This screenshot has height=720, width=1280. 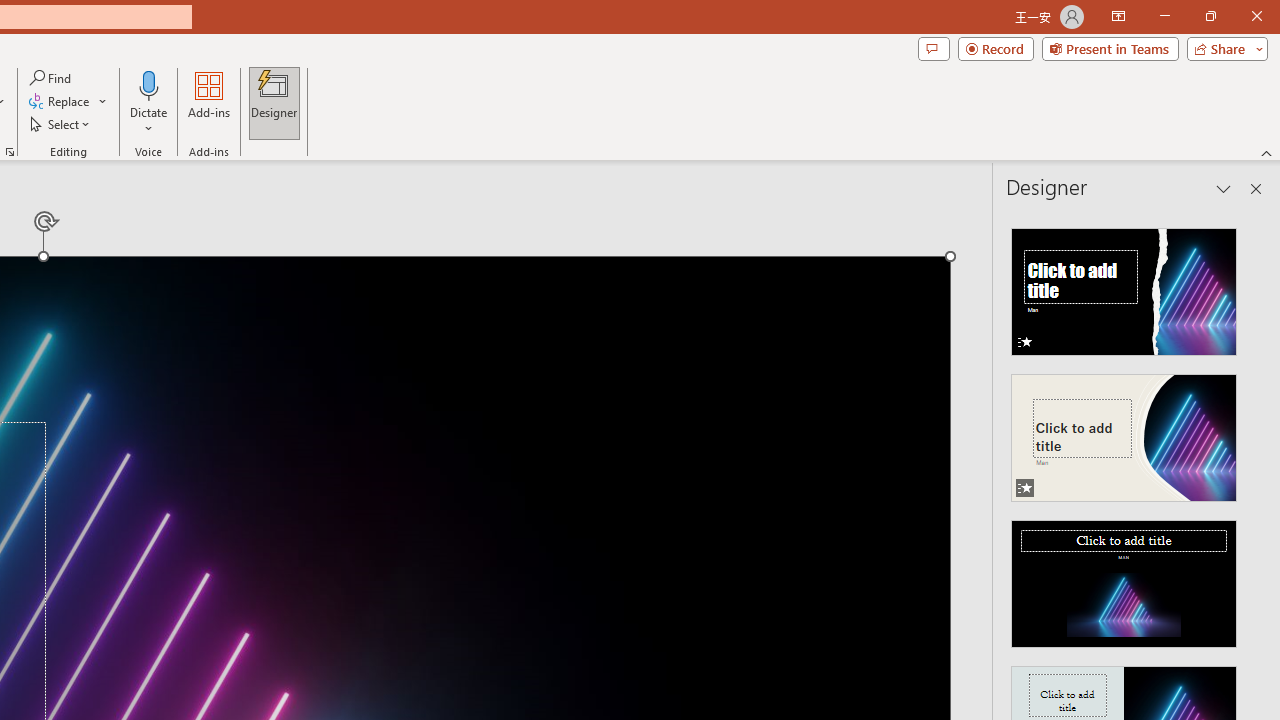 What do you see at coordinates (1255, 189) in the screenshot?
I see `'Close pane'` at bounding box center [1255, 189].